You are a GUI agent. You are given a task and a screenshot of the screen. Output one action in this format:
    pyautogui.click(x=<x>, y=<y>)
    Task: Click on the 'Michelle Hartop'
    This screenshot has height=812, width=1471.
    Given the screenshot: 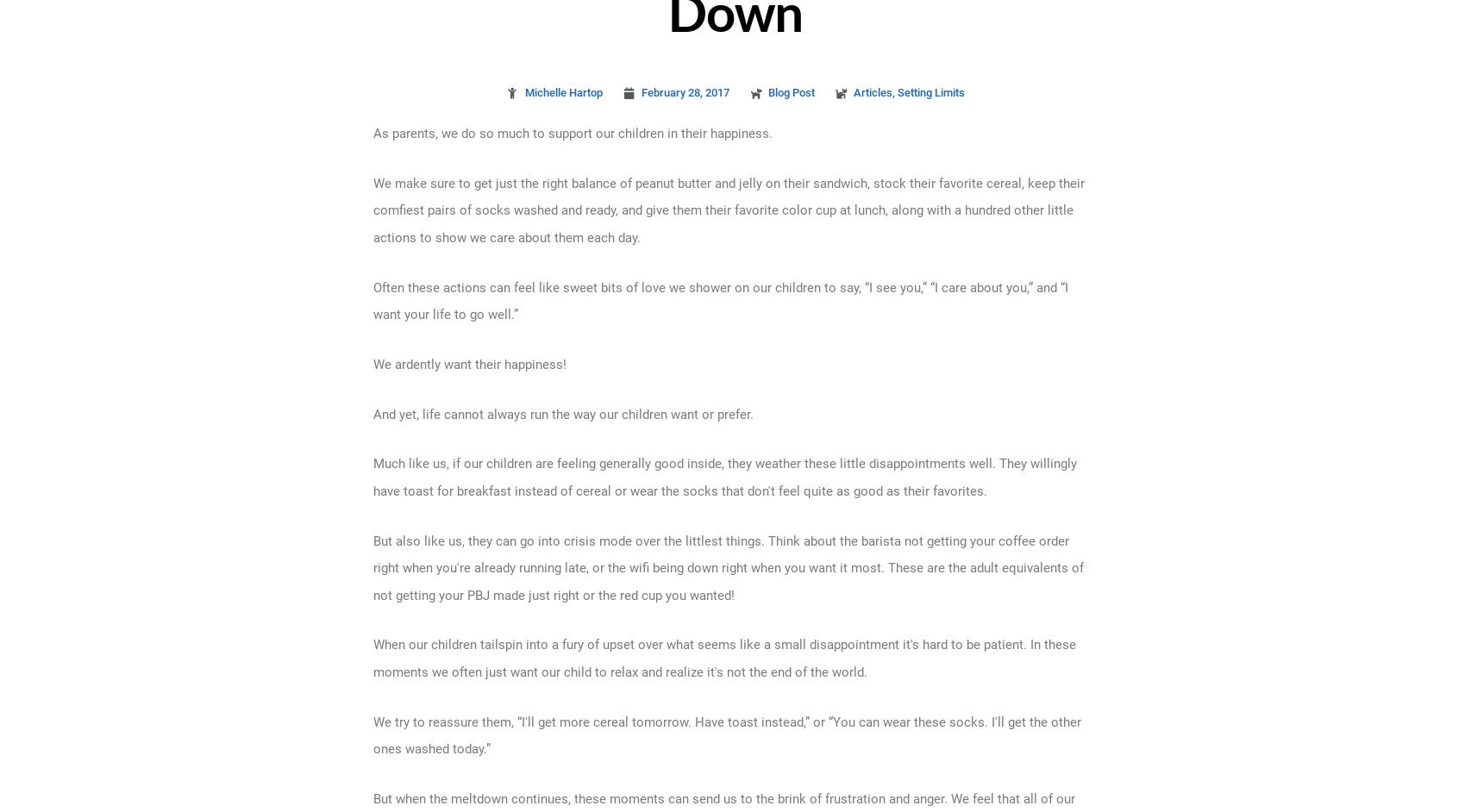 What is the action you would take?
    pyautogui.click(x=562, y=92)
    